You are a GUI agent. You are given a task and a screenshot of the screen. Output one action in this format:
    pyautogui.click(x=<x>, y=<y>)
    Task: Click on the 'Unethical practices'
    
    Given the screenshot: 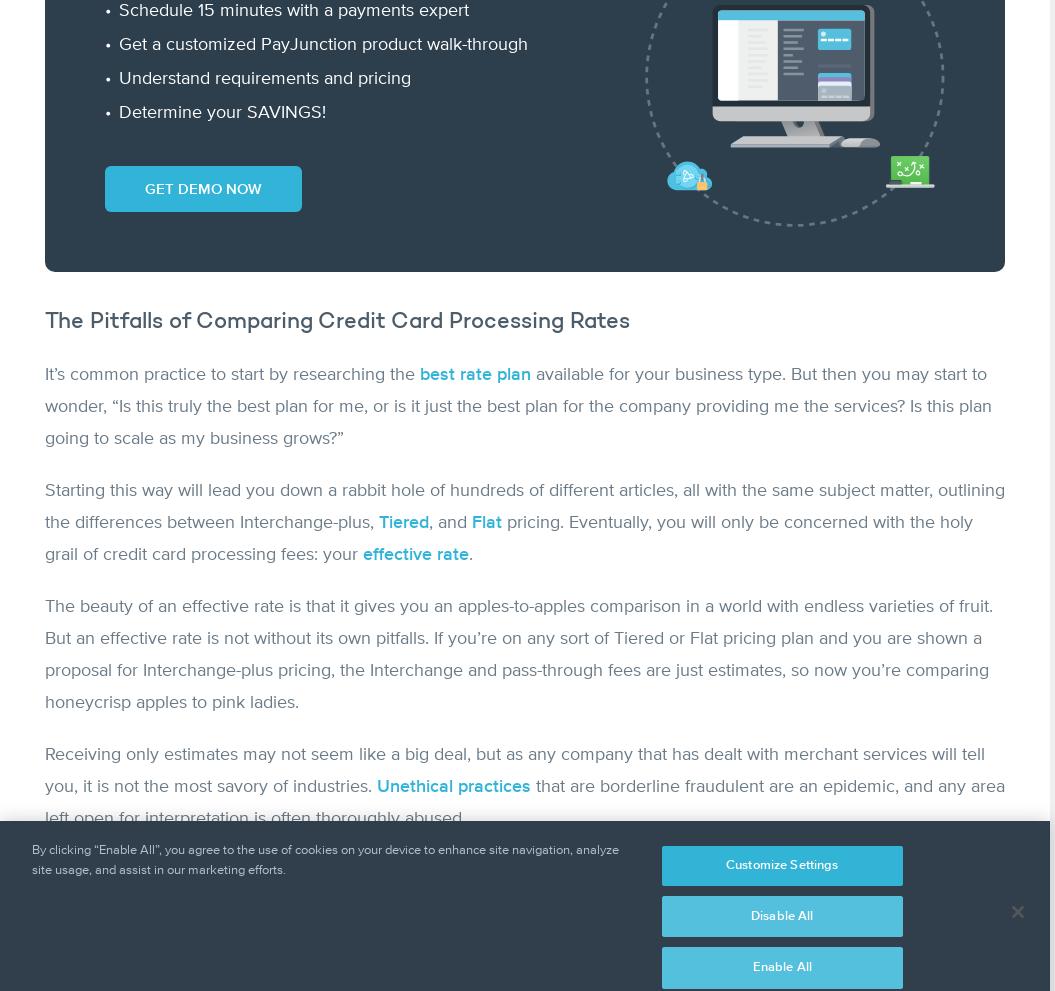 What is the action you would take?
    pyautogui.click(x=452, y=785)
    